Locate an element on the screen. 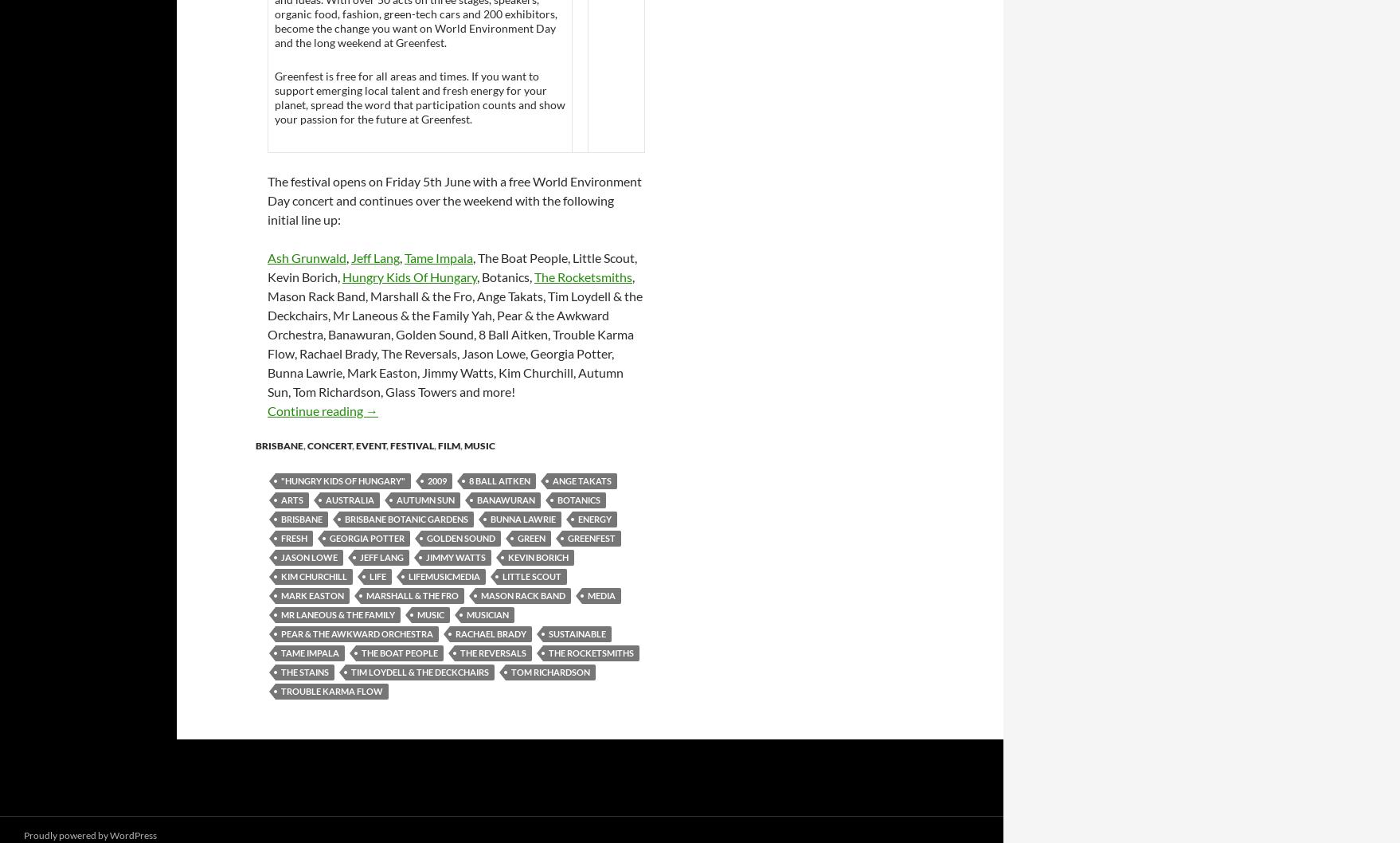 The image size is (1400, 843). 'Jason Lowe' is located at coordinates (281, 555).